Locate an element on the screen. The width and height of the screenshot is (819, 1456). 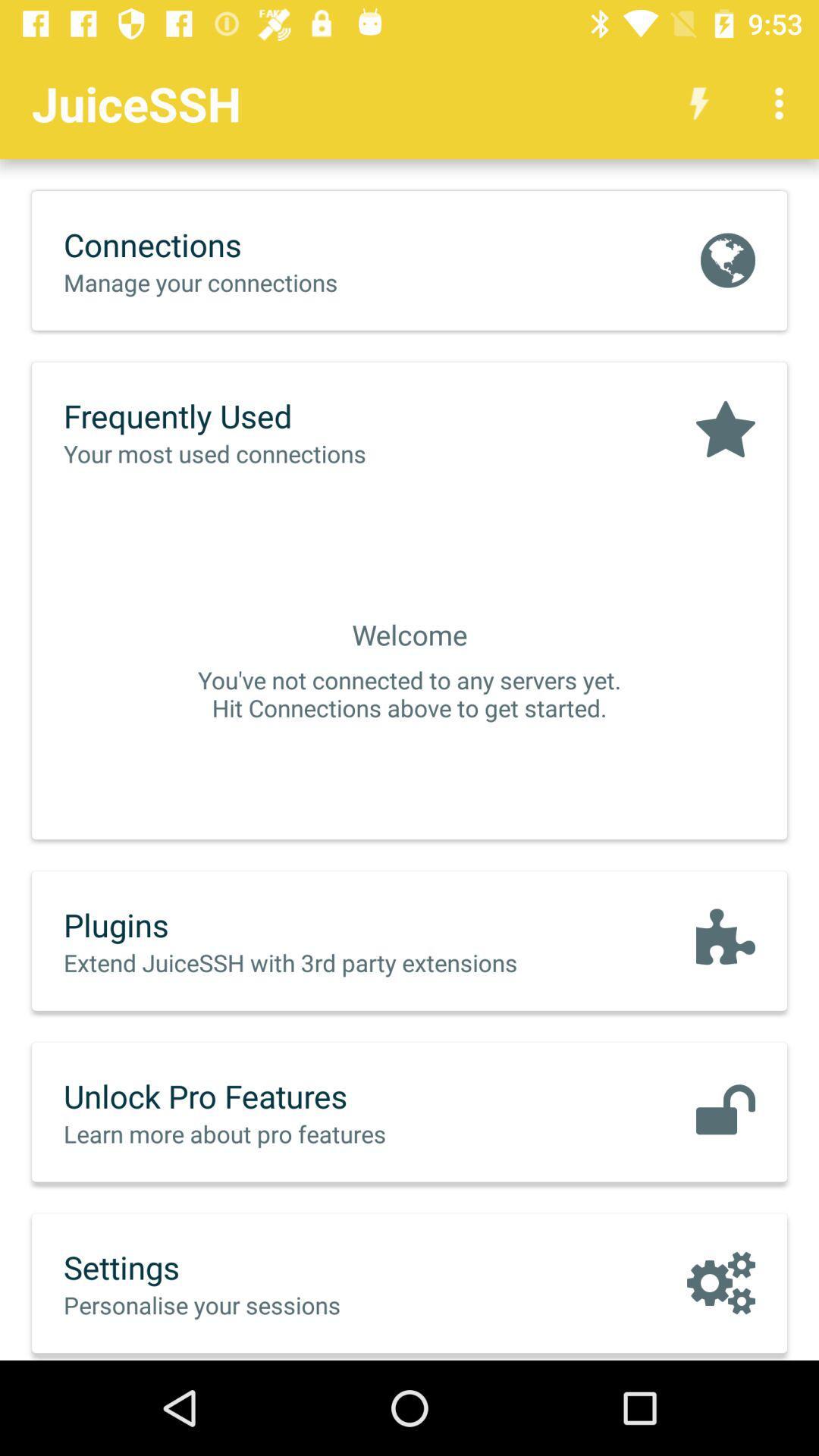
the item below plugins icon is located at coordinates (322, 962).